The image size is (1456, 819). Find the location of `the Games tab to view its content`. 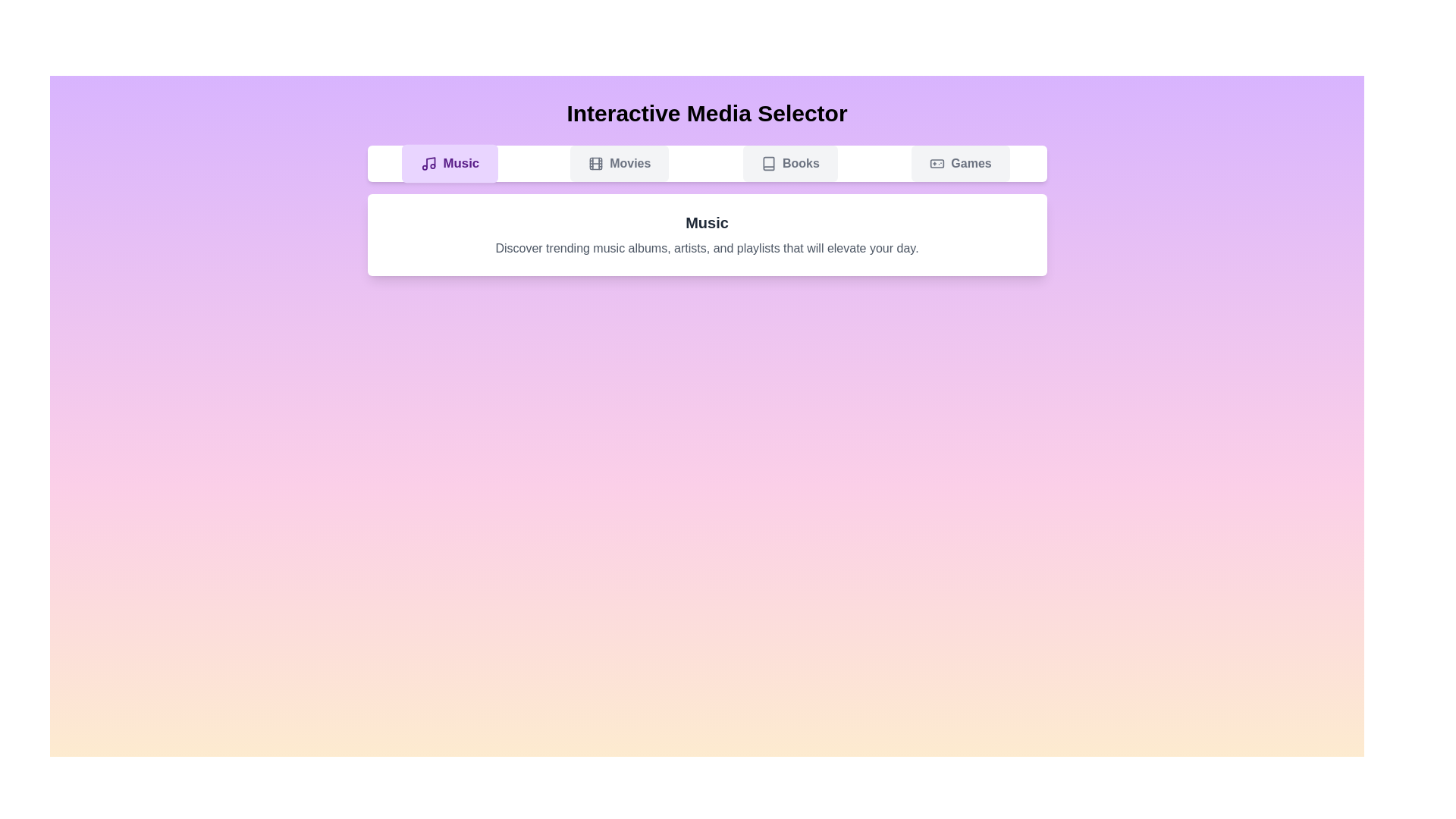

the Games tab to view its content is located at coordinates (960, 164).